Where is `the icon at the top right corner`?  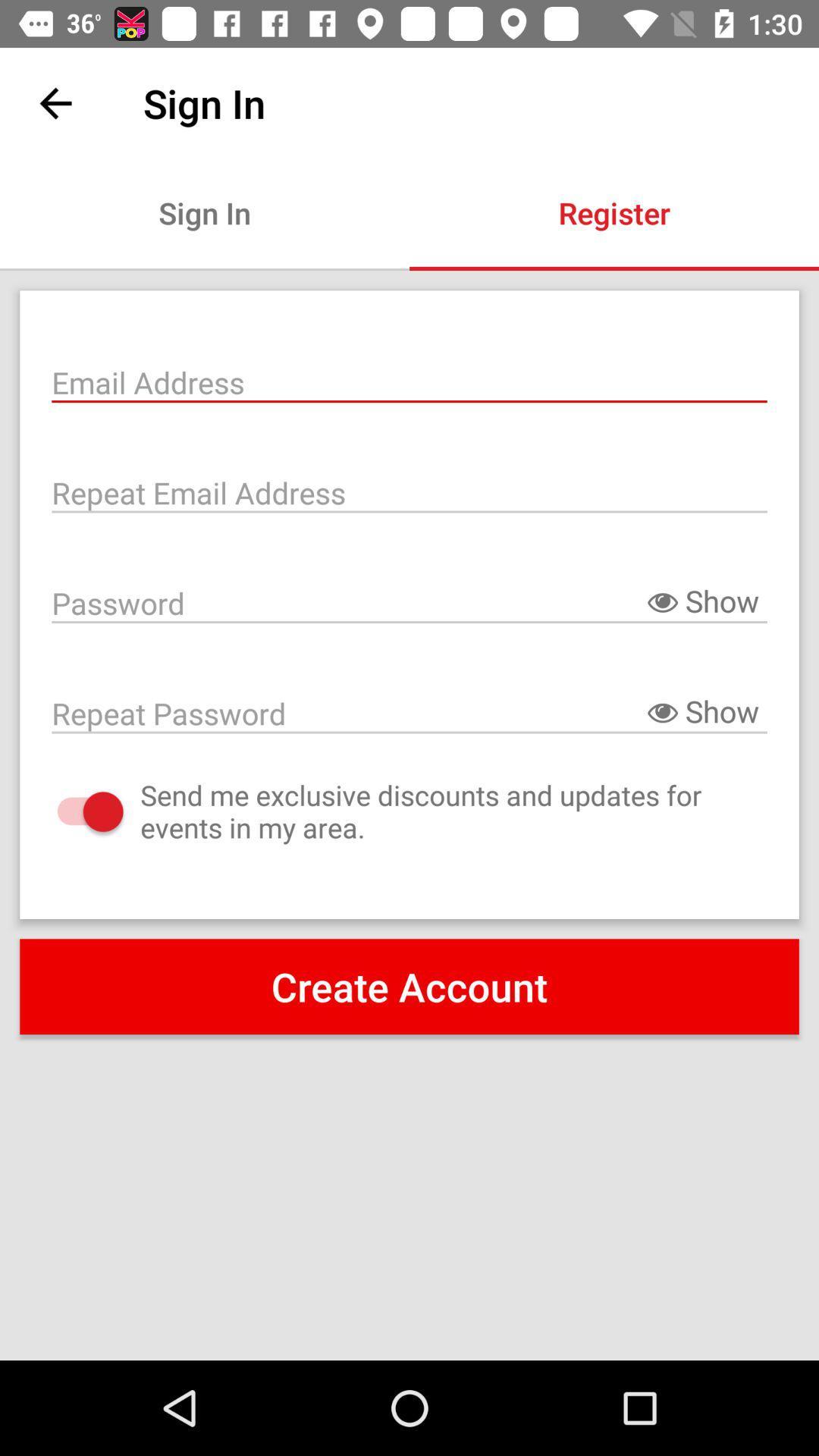
the icon at the top right corner is located at coordinates (614, 212).